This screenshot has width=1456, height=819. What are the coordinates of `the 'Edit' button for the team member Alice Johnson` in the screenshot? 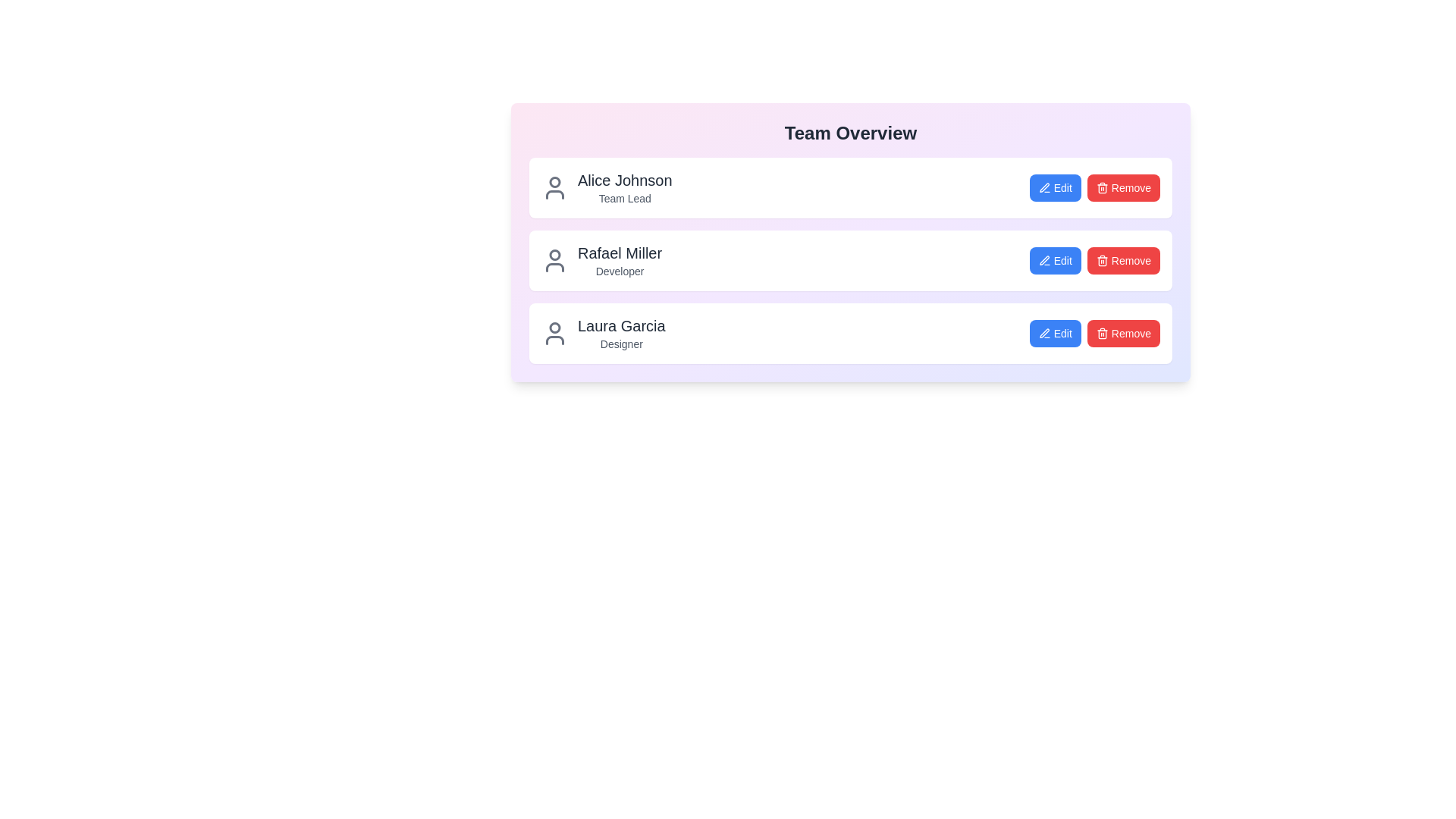 It's located at (1054, 187).